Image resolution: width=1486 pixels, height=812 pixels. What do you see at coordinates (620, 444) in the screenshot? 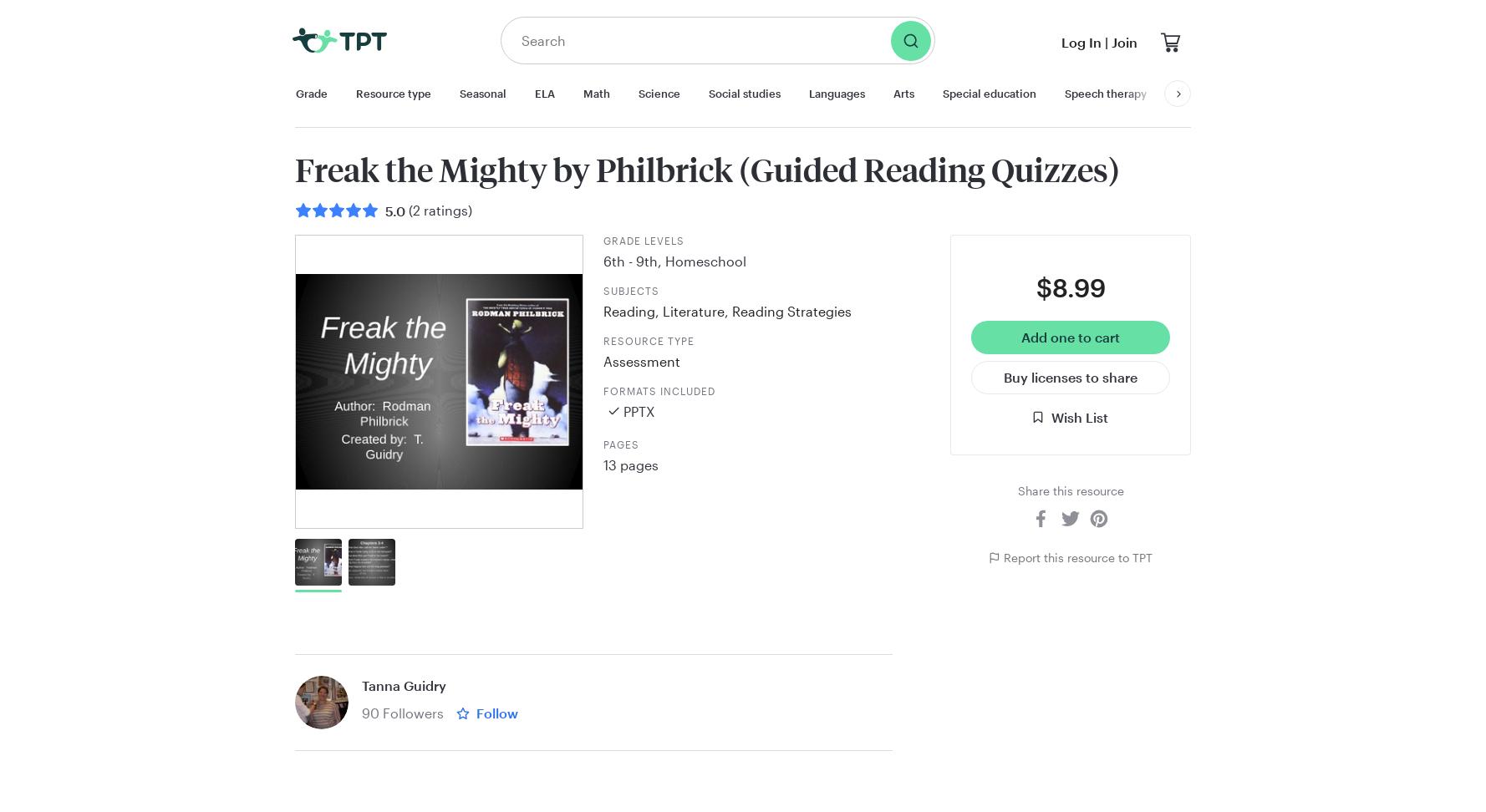
I see `'Pages'` at bounding box center [620, 444].